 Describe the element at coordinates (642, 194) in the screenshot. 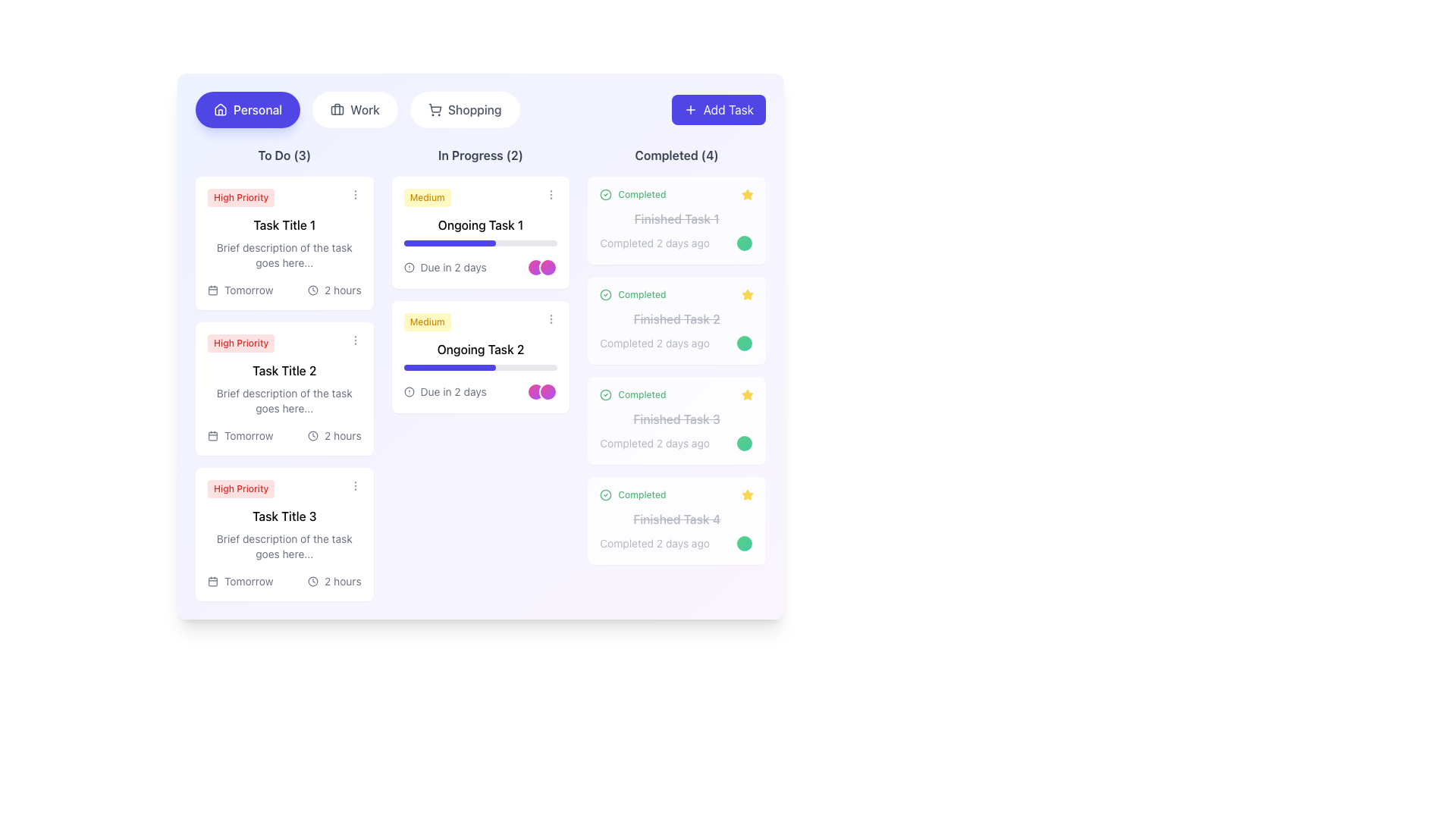

I see `the 'Completed' text label, which is styled in green and indicates a completion status, located next to the icon in the 'Completed' section beside the task card 'Finished Task 1'` at that location.